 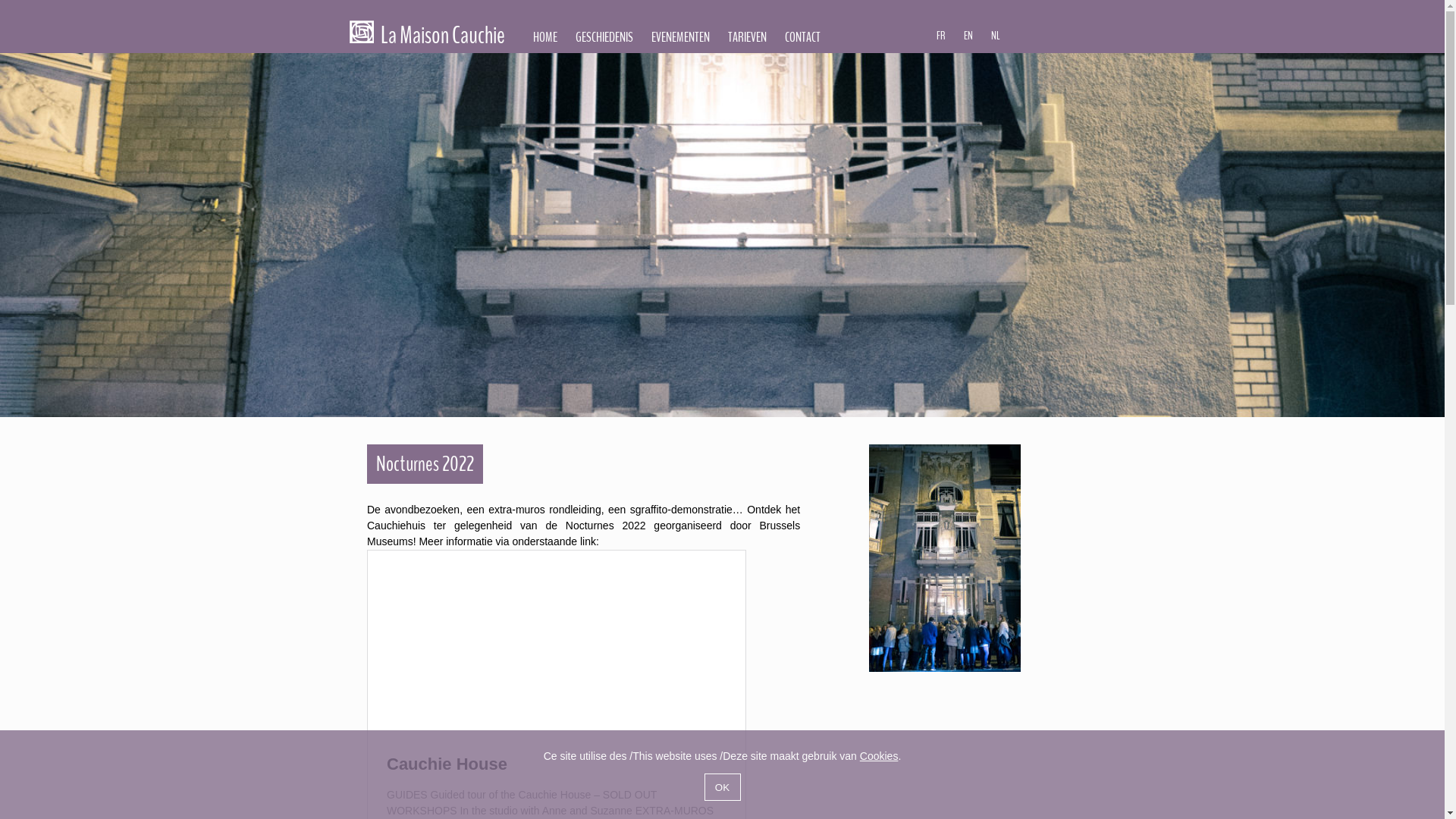 What do you see at coordinates (642, 36) in the screenshot?
I see `'EVENEMENTEN'` at bounding box center [642, 36].